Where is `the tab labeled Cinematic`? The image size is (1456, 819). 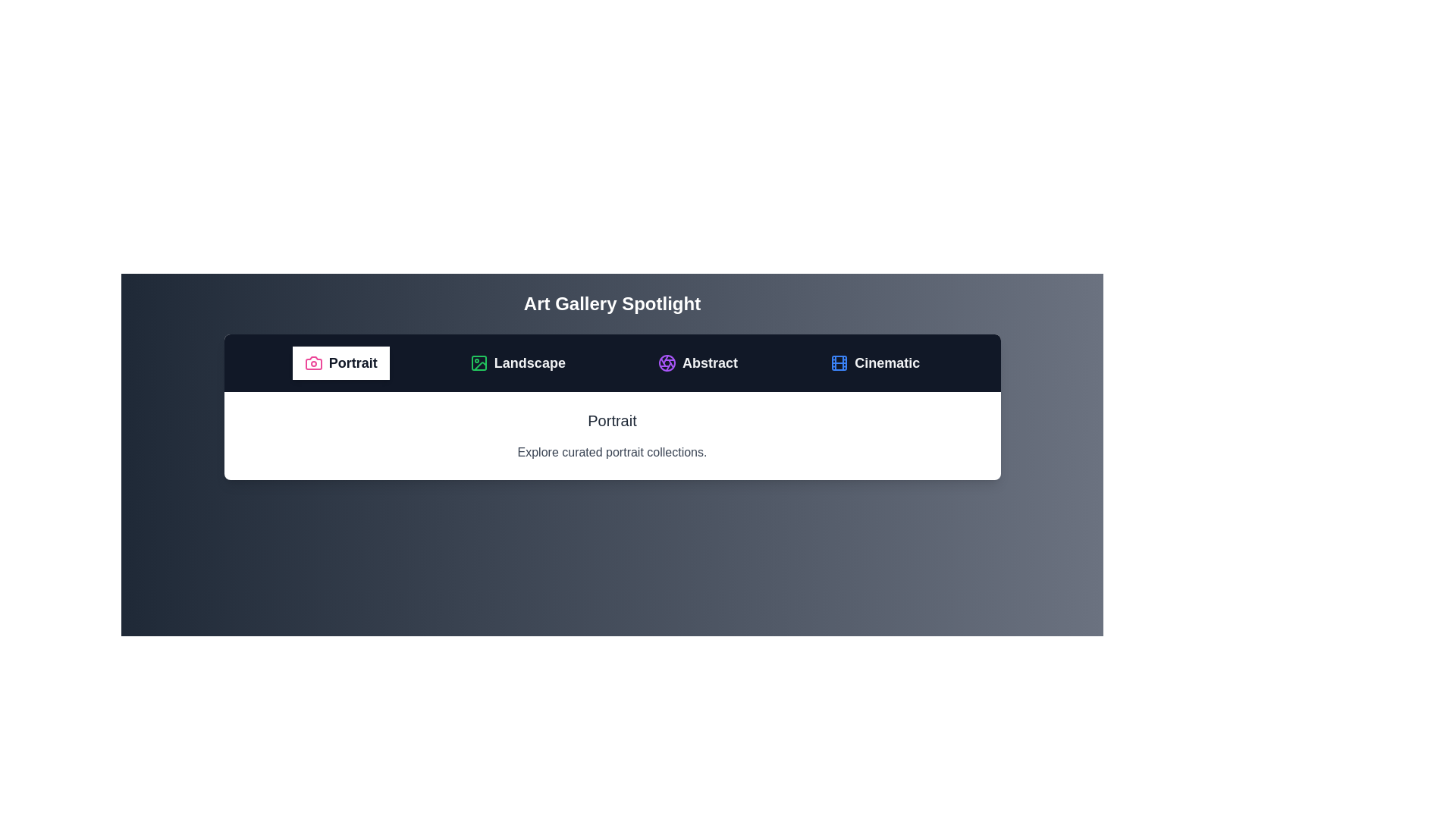
the tab labeled Cinematic is located at coordinates (875, 362).